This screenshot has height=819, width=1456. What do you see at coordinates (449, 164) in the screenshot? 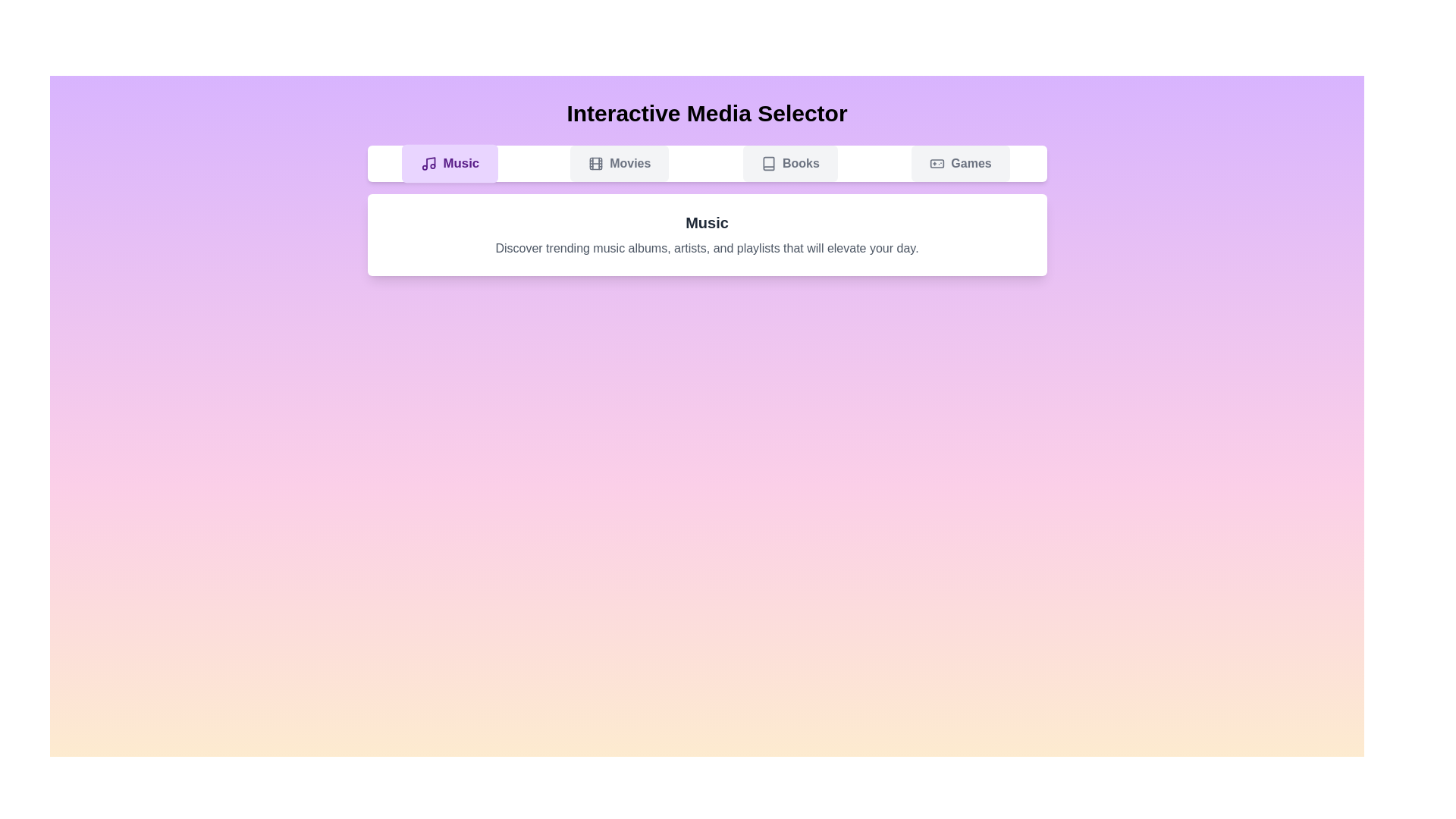
I see `the Music tab to view its content` at bounding box center [449, 164].